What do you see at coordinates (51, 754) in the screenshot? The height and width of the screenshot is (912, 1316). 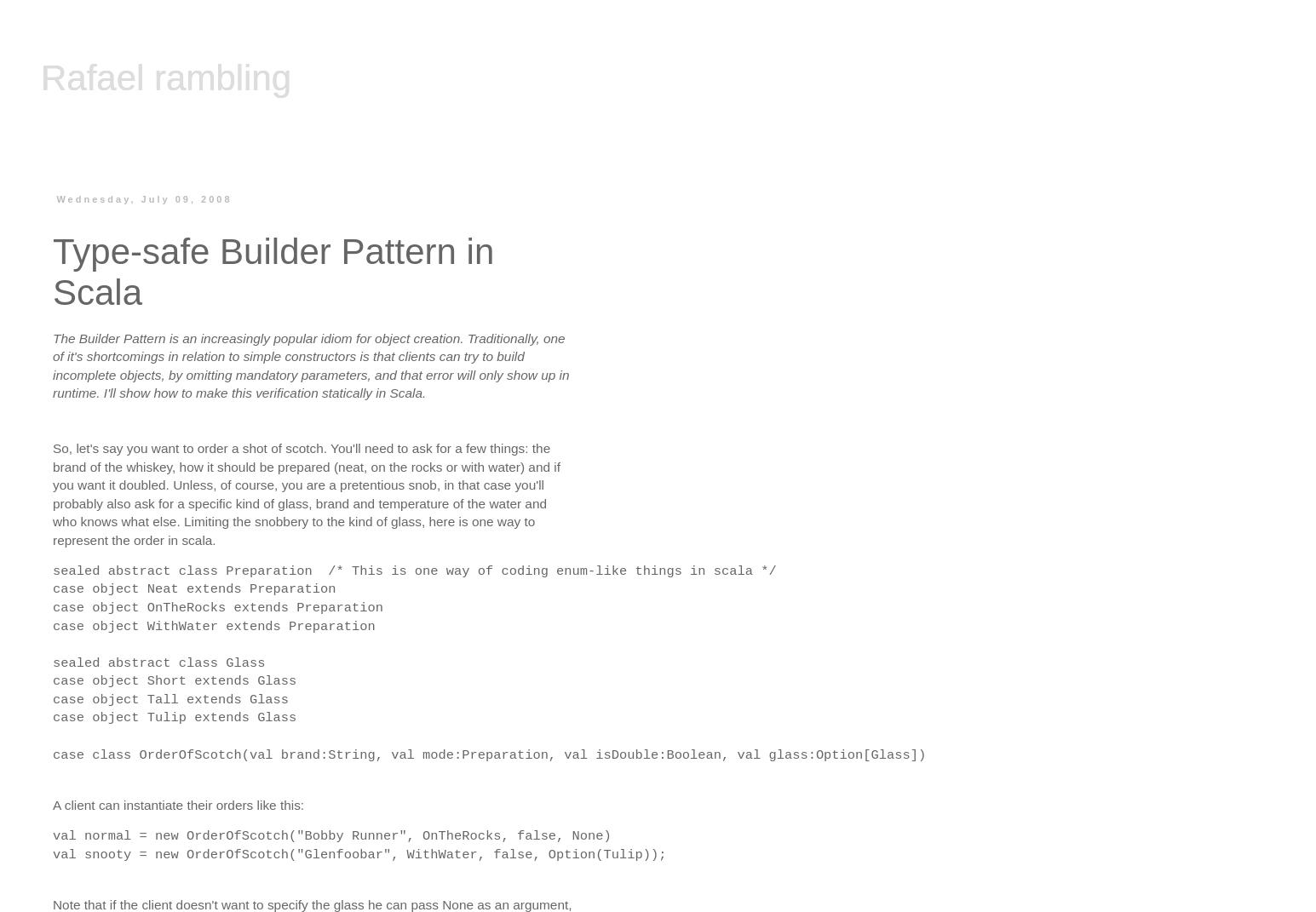 I see `'case class OrderOfScotch(val brand:String, val mode:Preparation, val isDouble:Boolean, val glass:Option[Glass])'` at bounding box center [51, 754].